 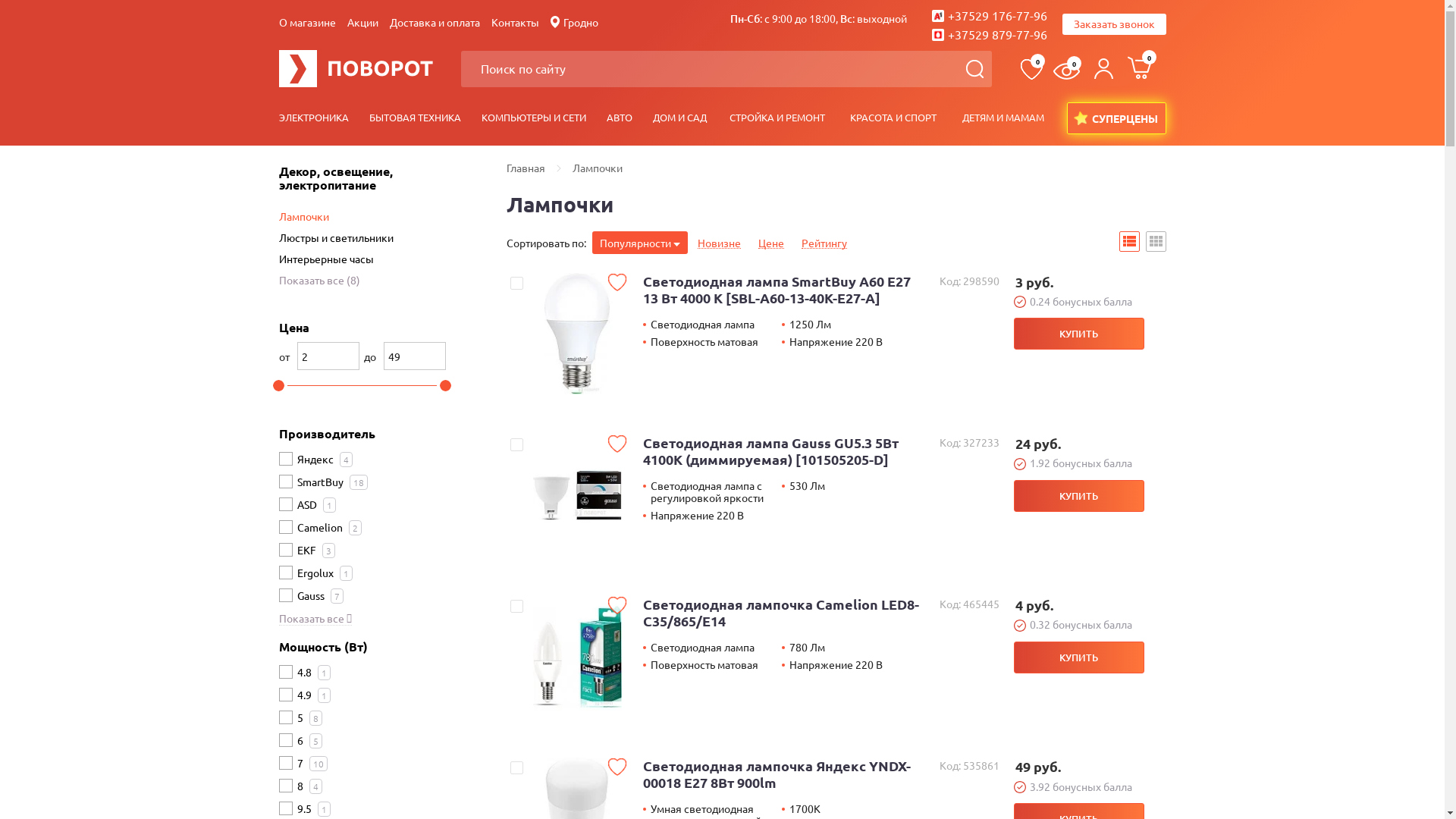 What do you see at coordinates (309, 716) in the screenshot?
I see `'5 8'` at bounding box center [309, 716].